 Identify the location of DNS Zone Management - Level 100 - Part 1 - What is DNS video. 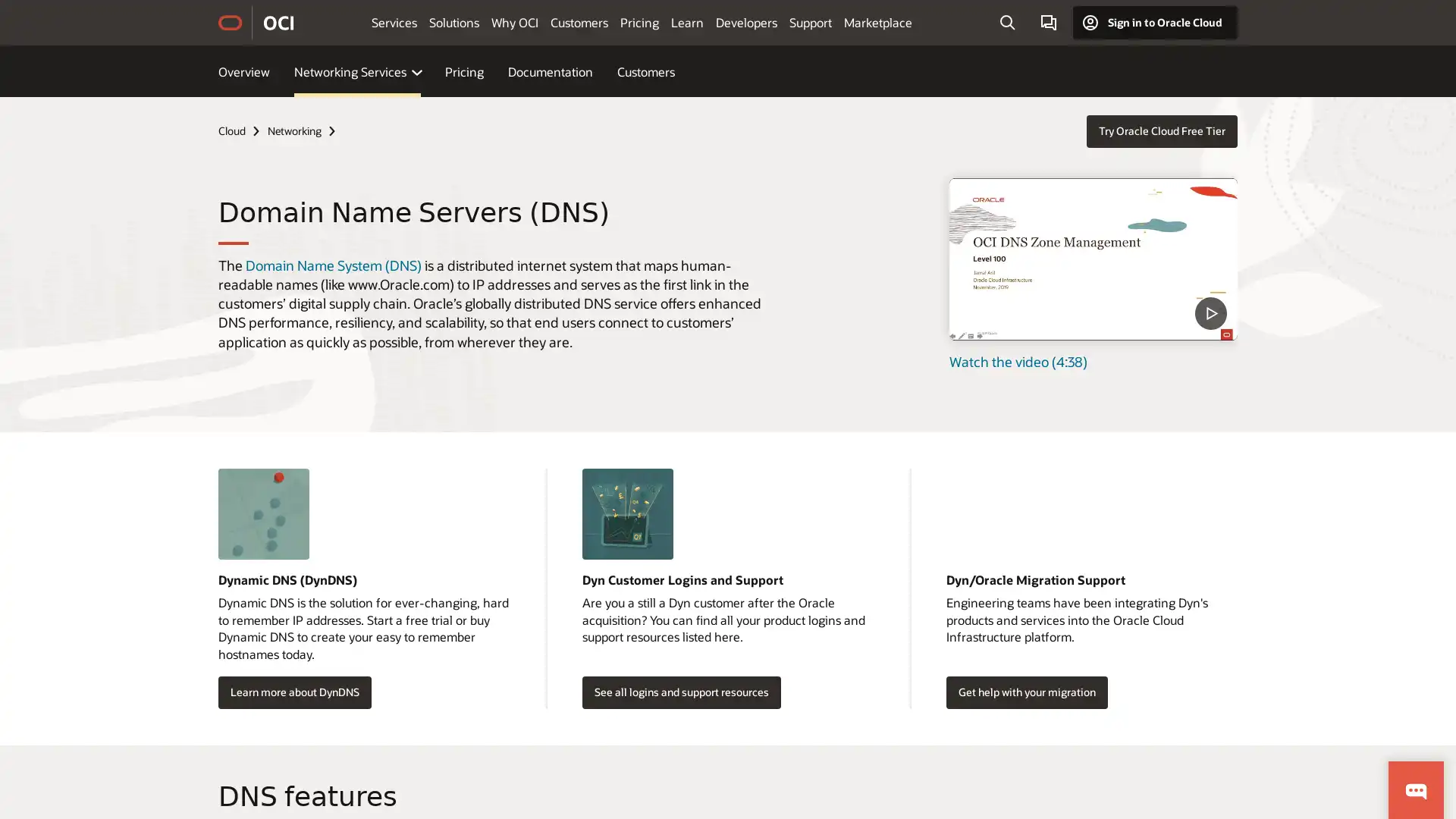
(1093, 258).